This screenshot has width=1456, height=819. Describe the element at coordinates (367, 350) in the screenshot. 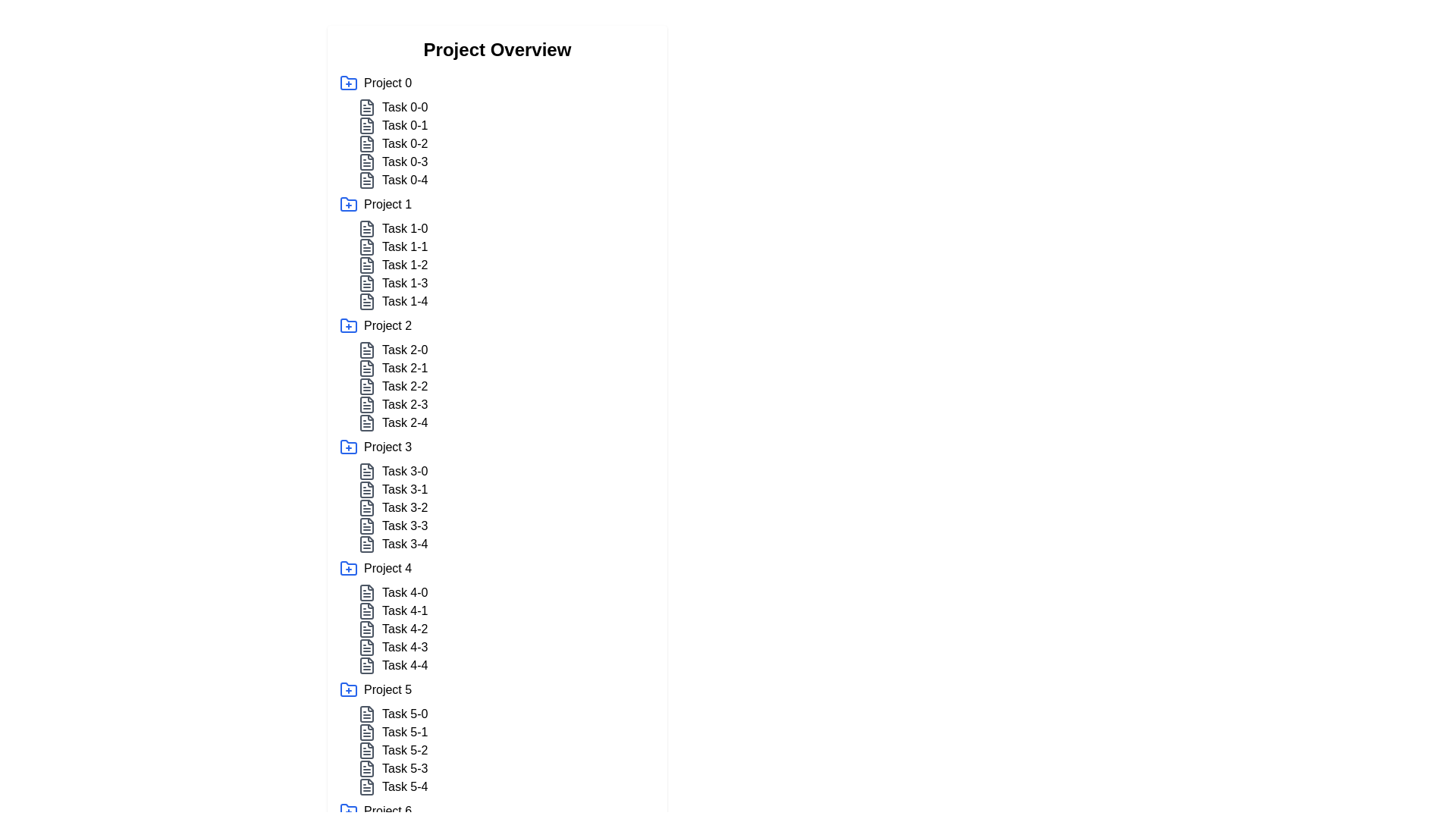

I see `the icon representing the first task item under the 'Project 2' section, which is aligned horizontally with the text 'Task 2-0'` at that location.